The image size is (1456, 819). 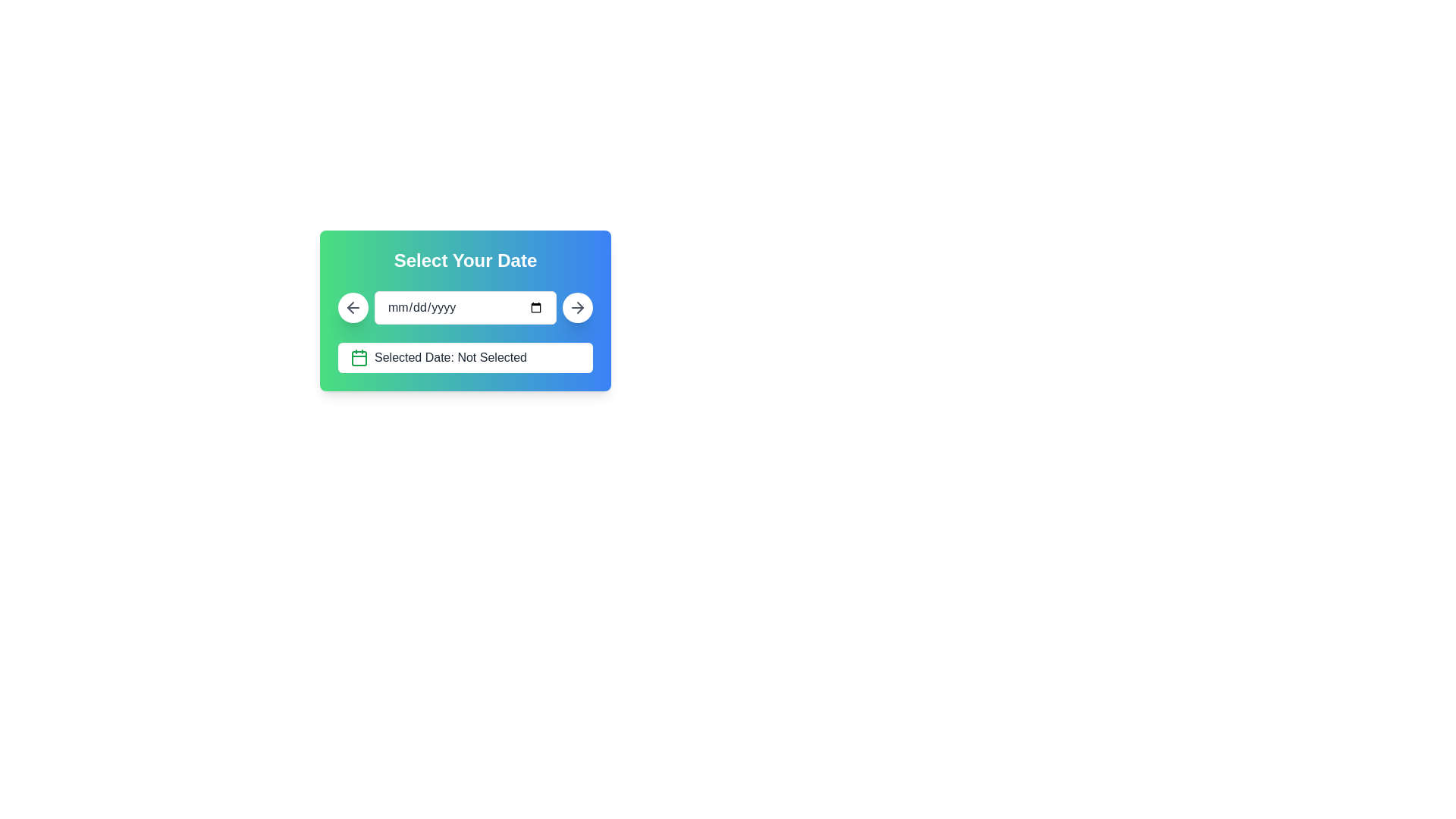 What do you see at coordinates (359, 357) in the screenshot?
I see `the calendar icon with a green stroke color that is located immediately to the left of the text 'Selected Date: Not Selected'` at bounding box center [359, 357].